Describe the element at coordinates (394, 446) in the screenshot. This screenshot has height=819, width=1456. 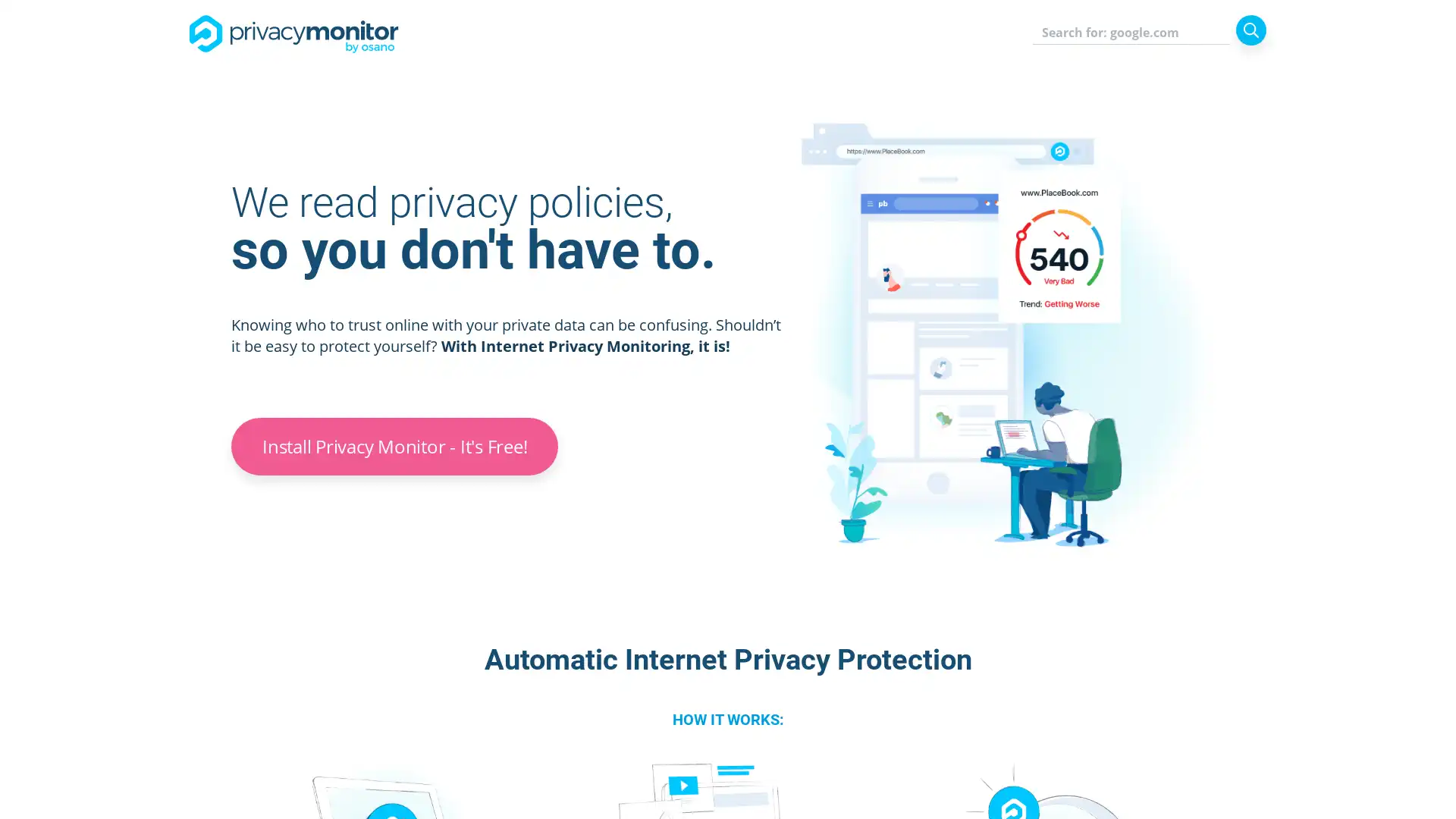
I see `Install Privacy Monitor - It's Free!` at that location.